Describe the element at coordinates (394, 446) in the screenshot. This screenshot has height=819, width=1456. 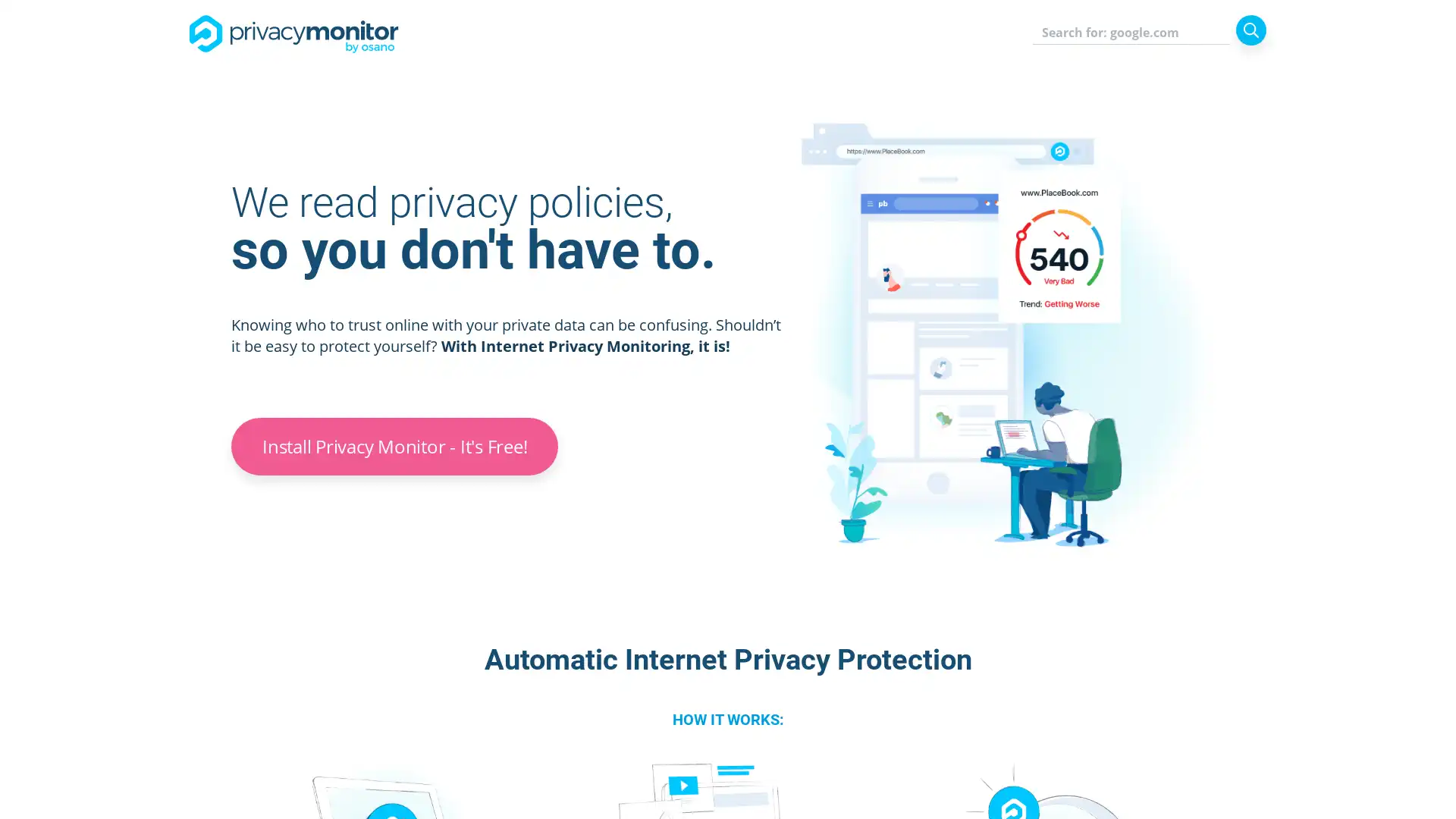
I see `Install Privacy Monitor - It's Free!` at that location.